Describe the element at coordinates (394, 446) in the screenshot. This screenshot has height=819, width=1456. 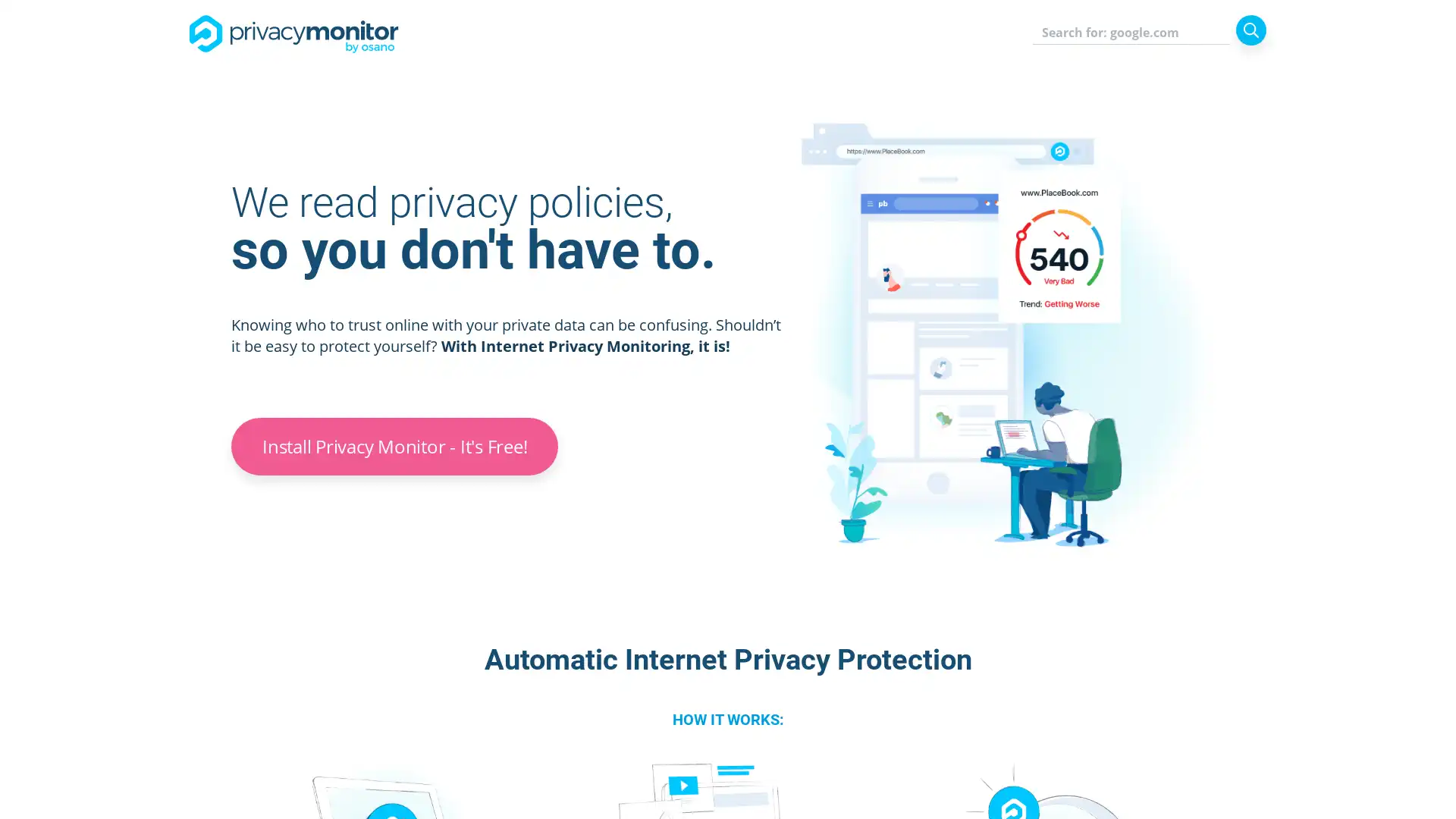
I see `Install Privacy Monitor - It's Free!` at that location.